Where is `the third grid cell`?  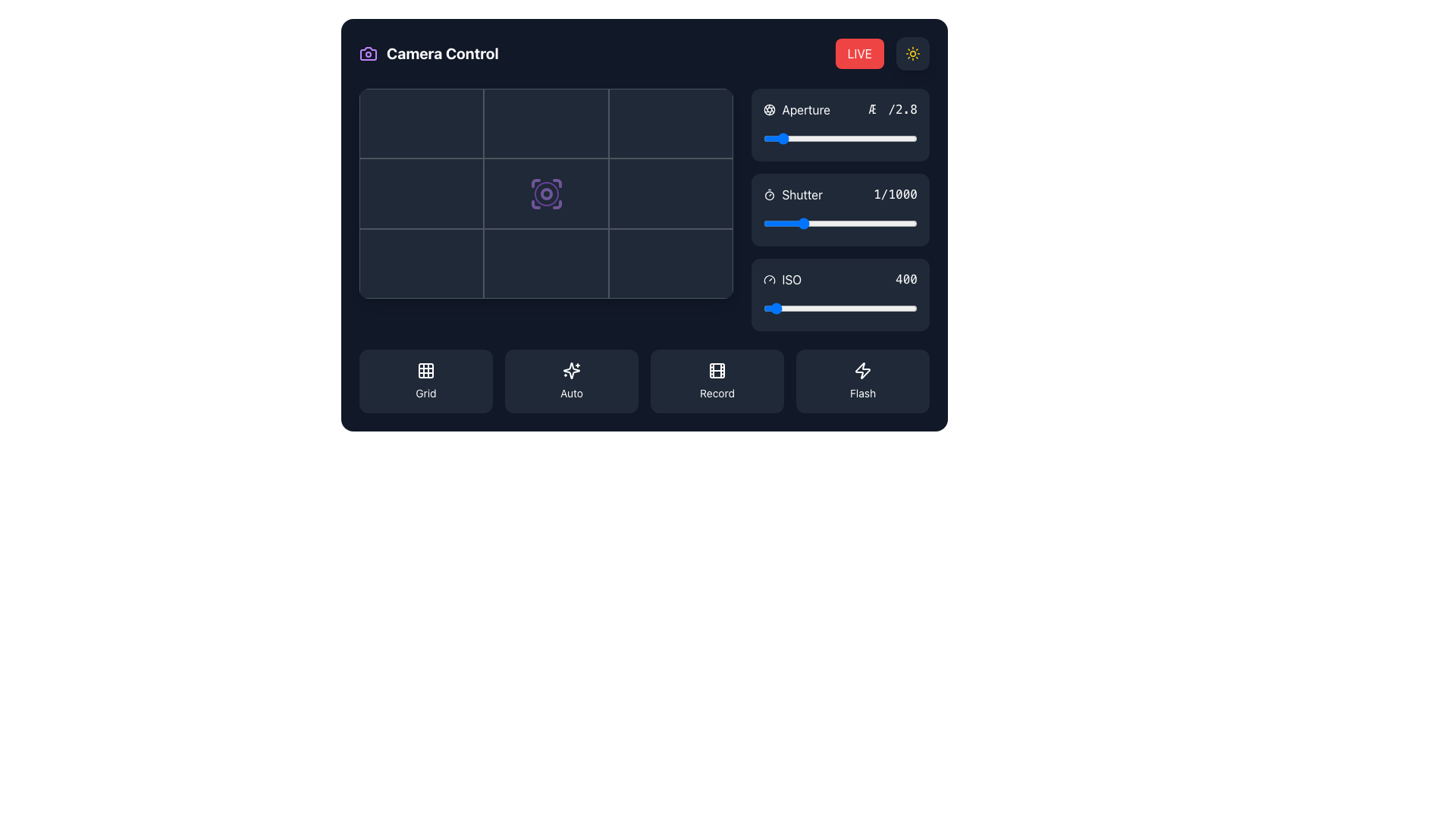
the third grid cell is located at coordinates (670, 123).